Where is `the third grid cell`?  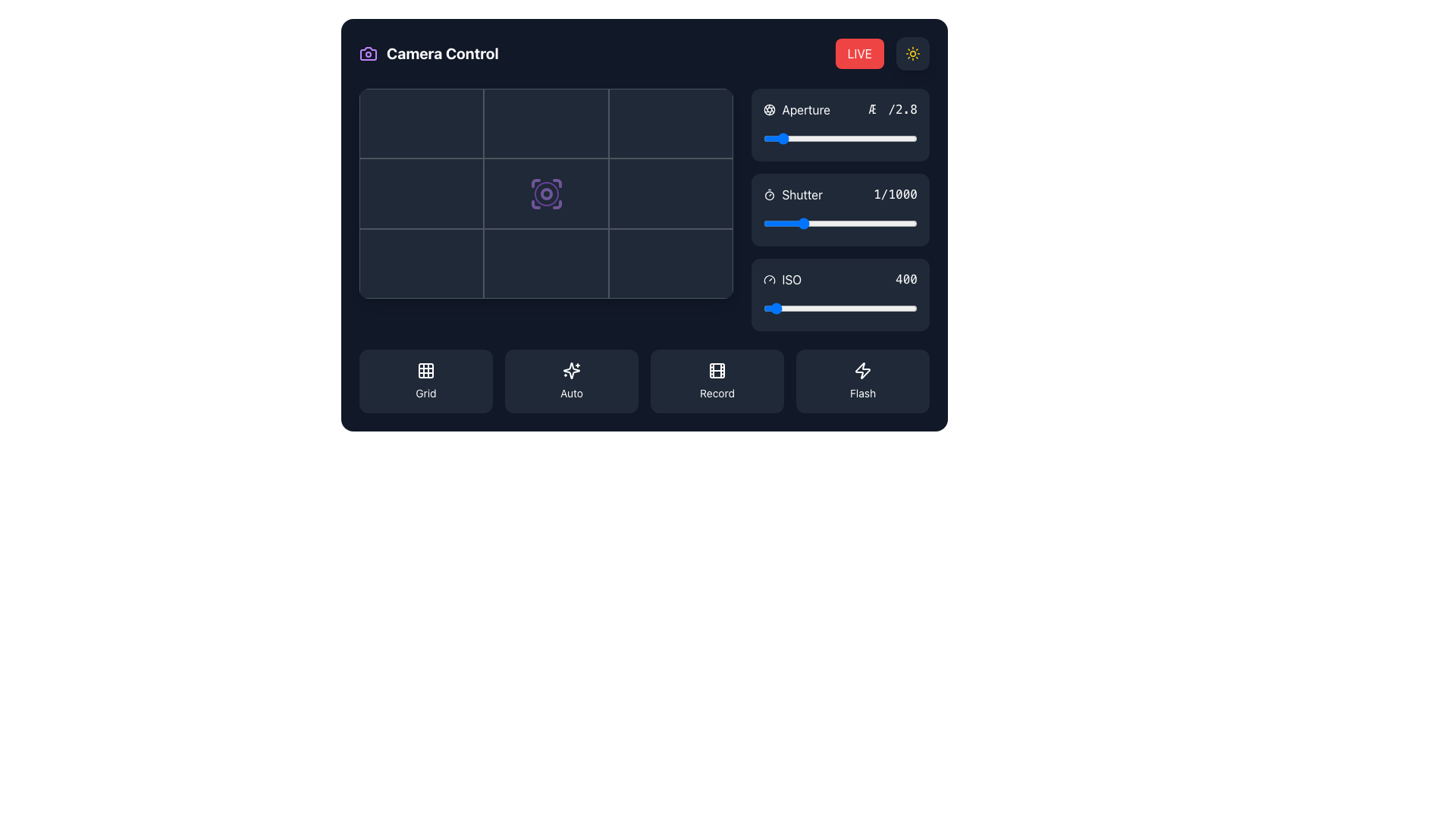
the third grid cell is located at coordinates (670, 123).